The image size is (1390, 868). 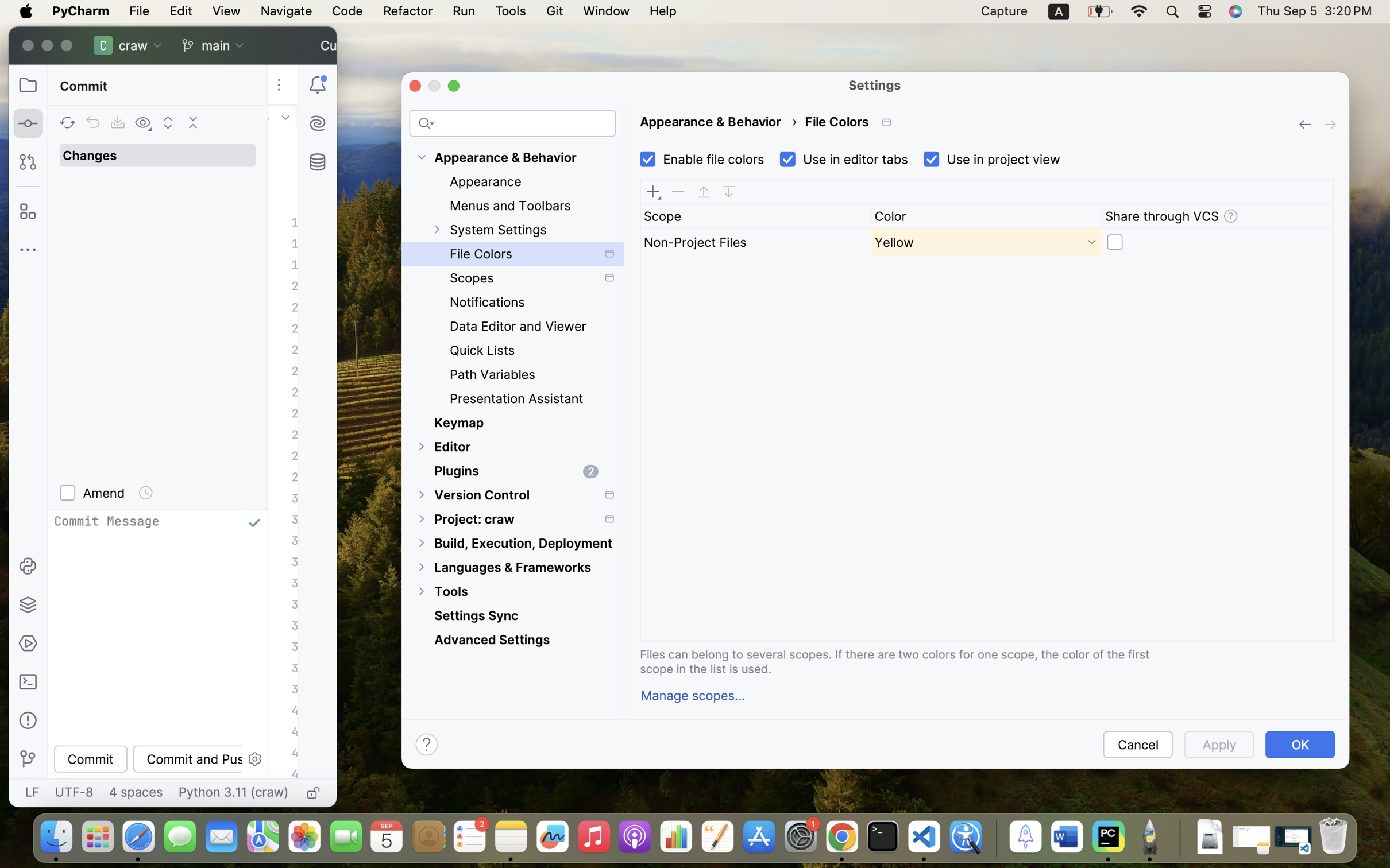 I want to click on 'Files can belong to several scopes. If there are two colors for one scope, the color of the first scope in the list is used.', so click(x=910, y=661).